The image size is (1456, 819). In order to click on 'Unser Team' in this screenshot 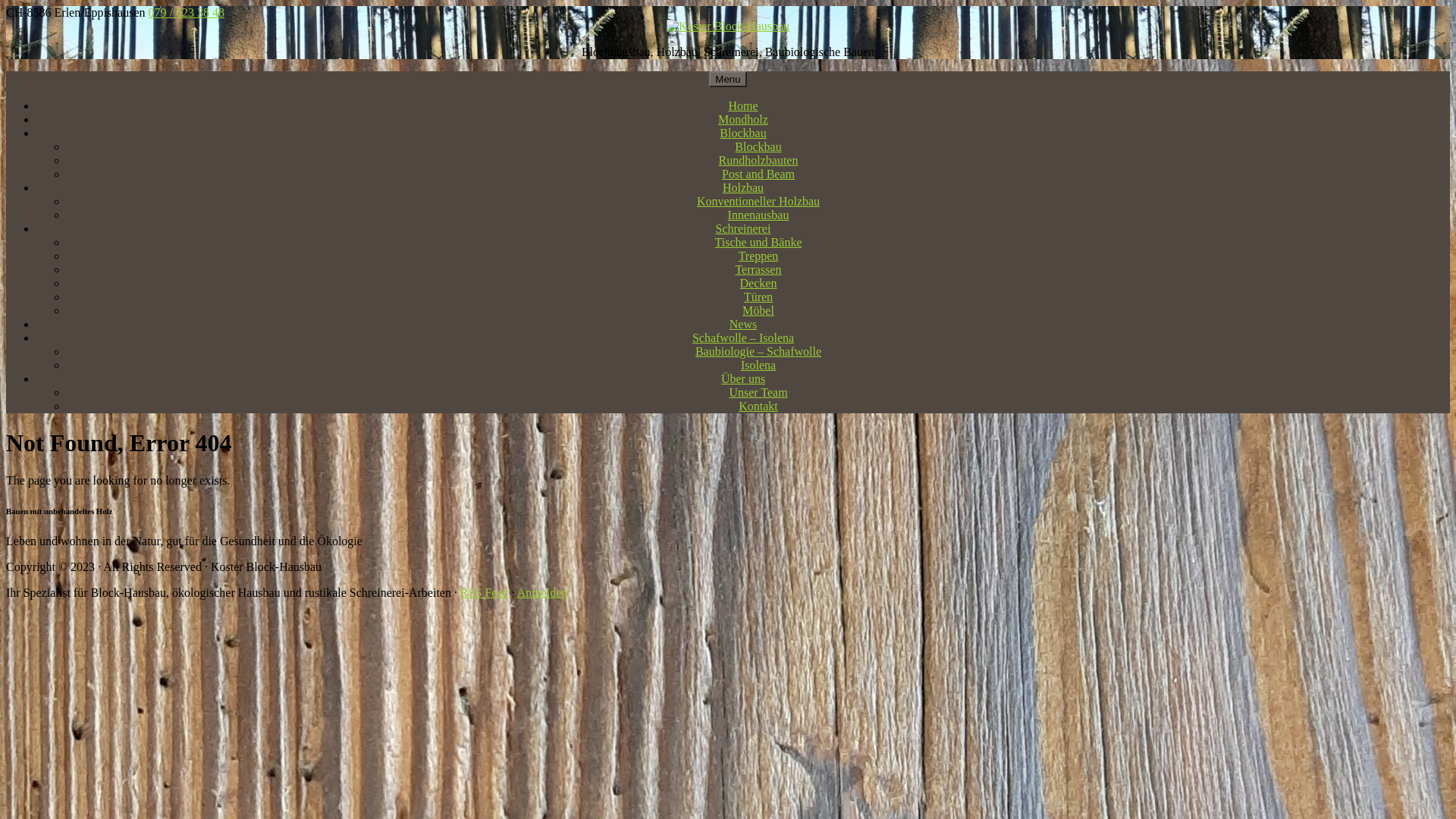, I will do `click(758, 391)`.